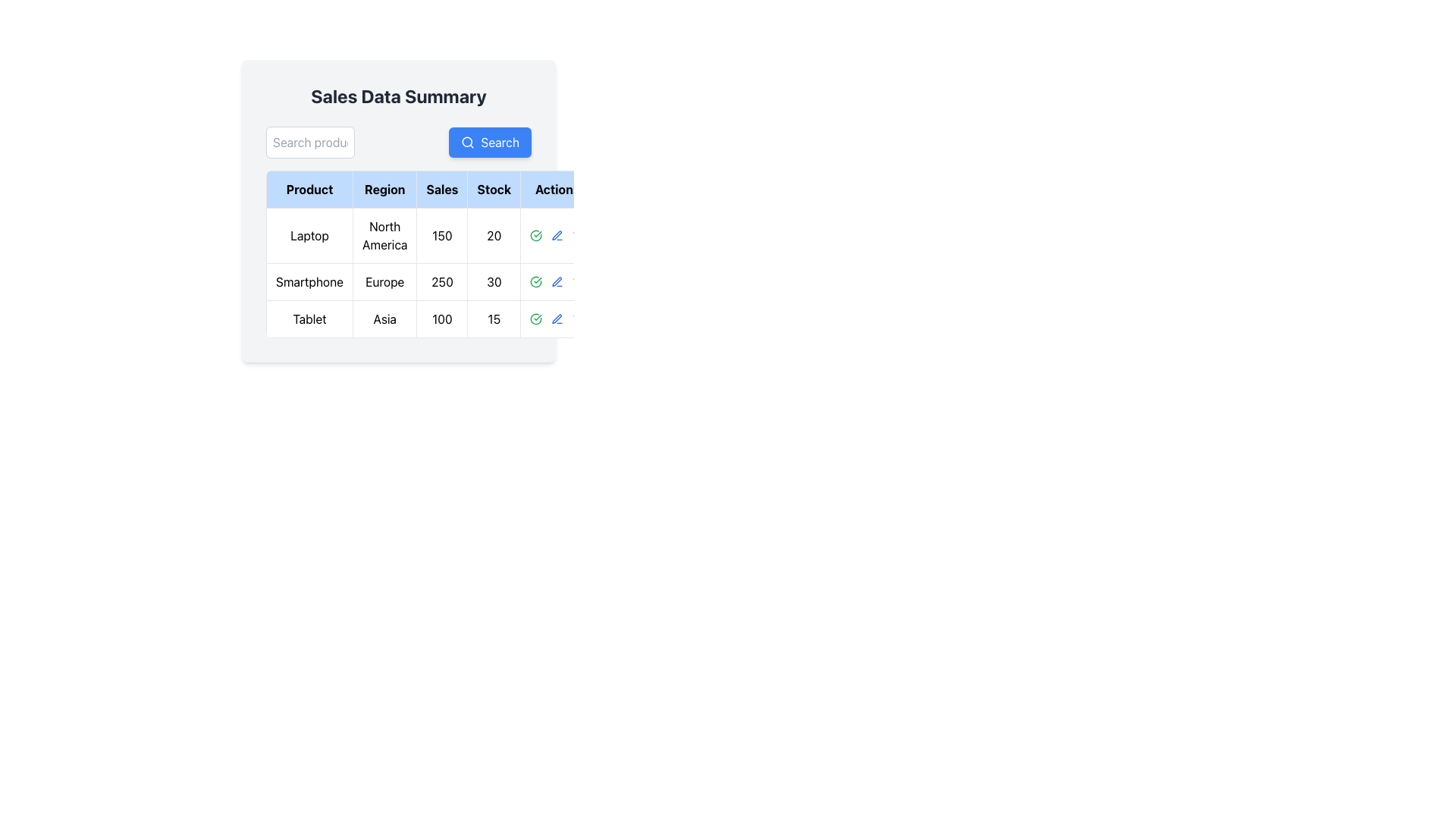  Describe the element at coordinates (557, 189) in the screenshot. I see `text 'Actions' from the fifth column header cell in the table, which has a light-blue background and bold black text` at that location.